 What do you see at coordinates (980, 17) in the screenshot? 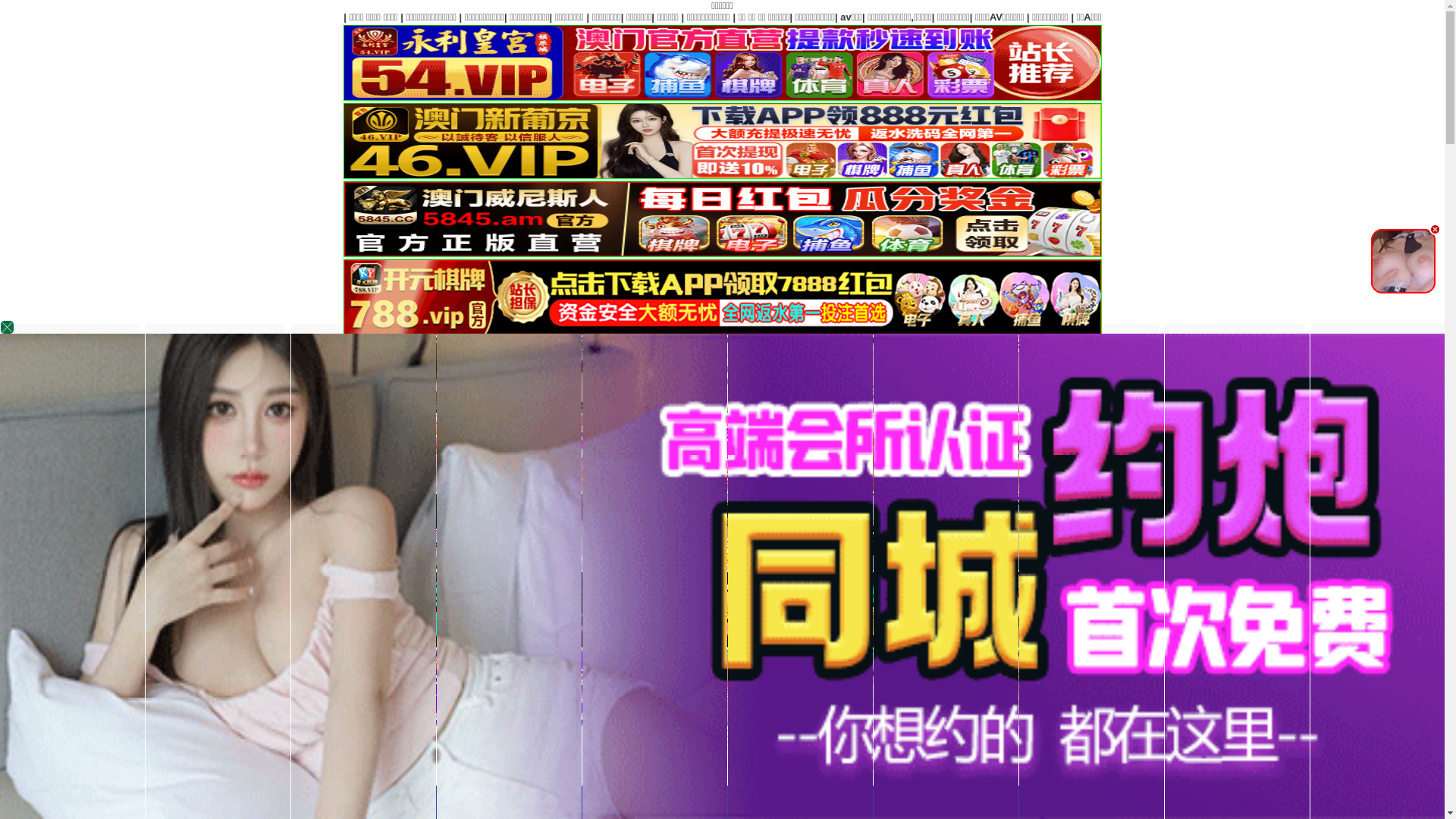
I see `'|'` at bounding box center [980, 17].